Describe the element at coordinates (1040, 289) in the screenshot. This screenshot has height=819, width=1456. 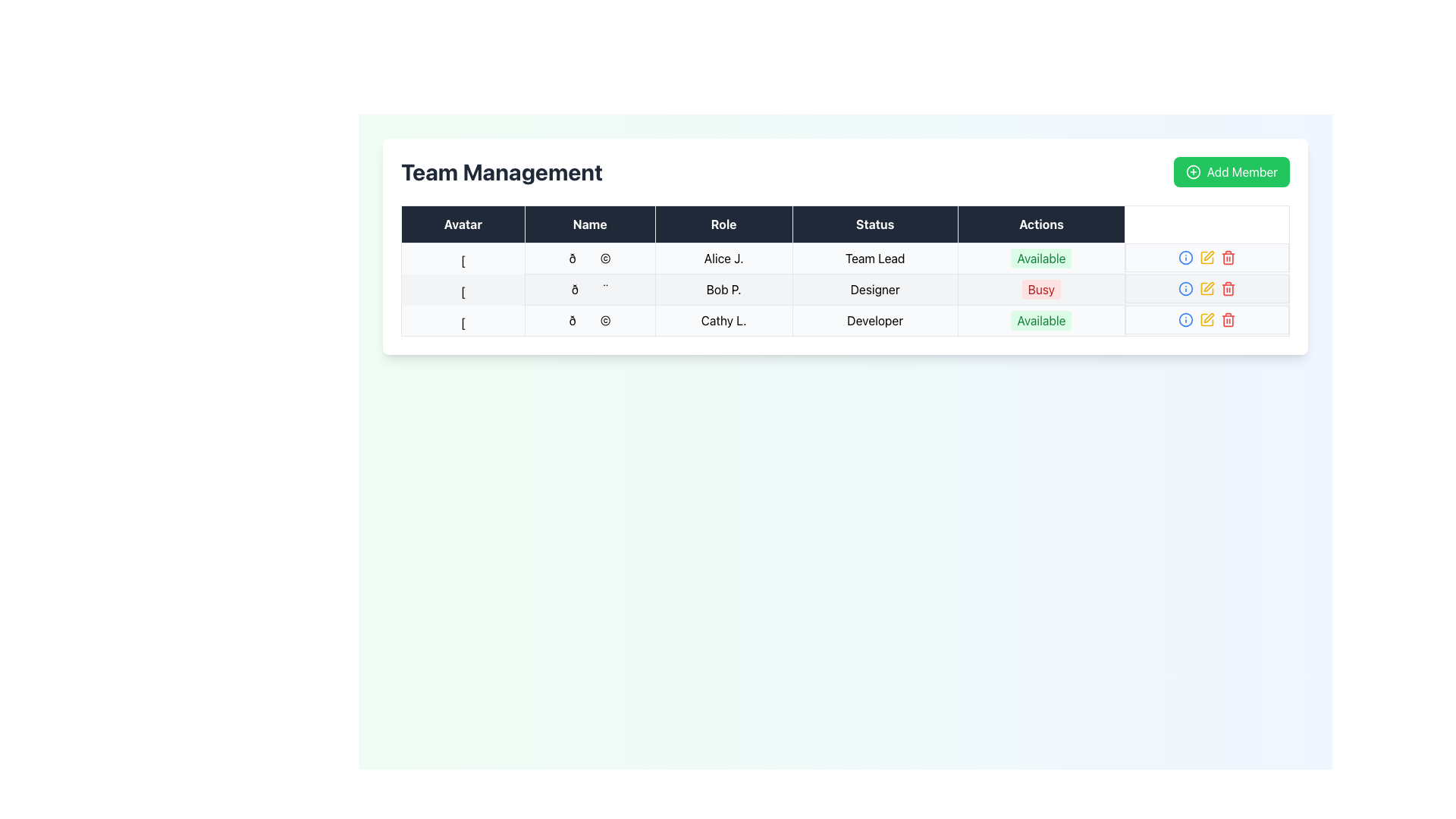
I see `the status indicator labeled 'Busy' for the user 'Bob P.' in the Actions column of the table` at that location.